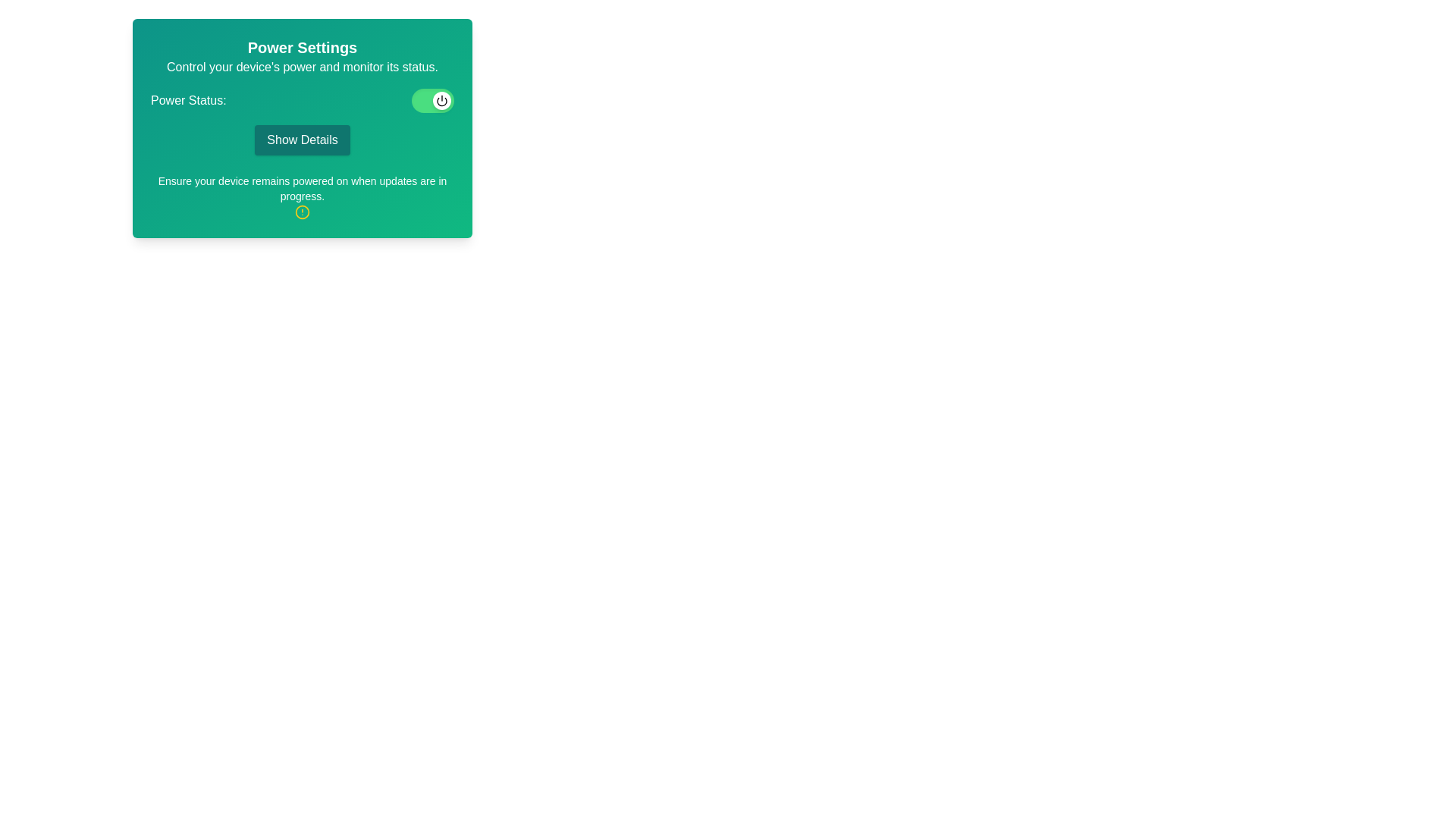 The image size is (1456, 819). Describe the element at coordinates (302, 121) in the screenshot. I see `the 'Show Details' button, which has a teal background and white text, located below the 'Power Status:' label` at that location.